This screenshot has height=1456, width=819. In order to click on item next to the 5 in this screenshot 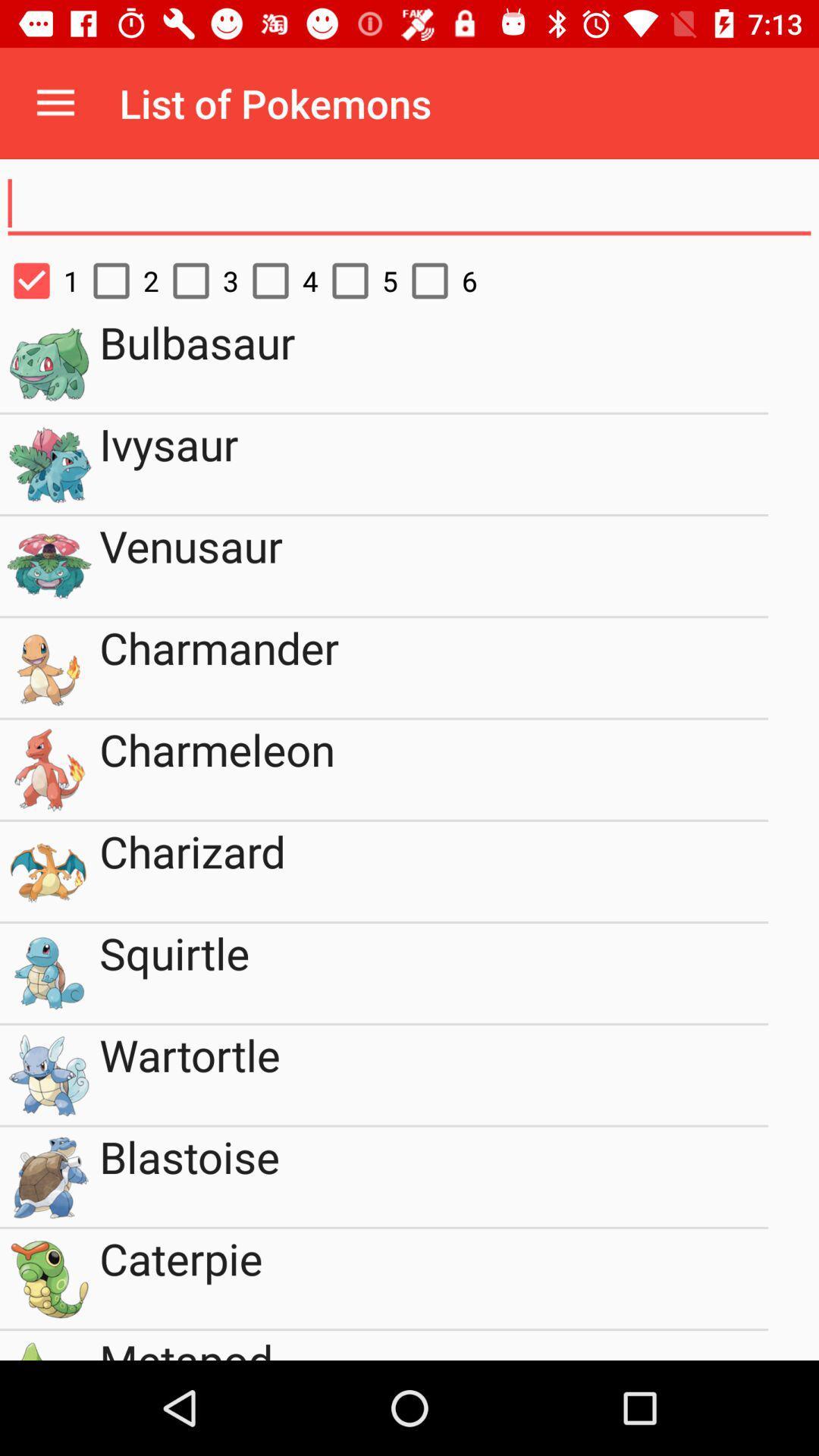, I will do `click(438, 281)`.